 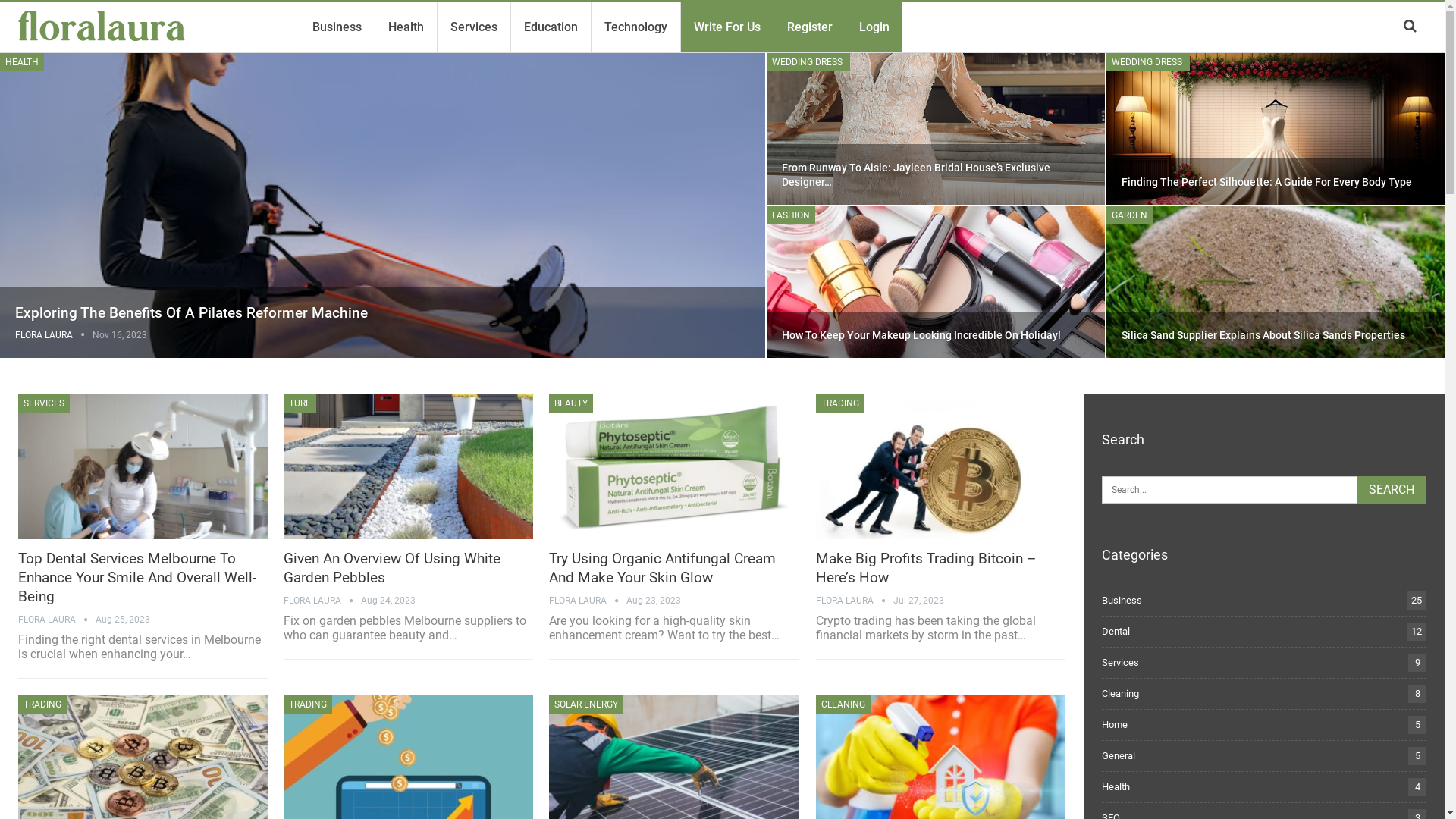 I want to click on 'Technology', so click(x=635, y=27).